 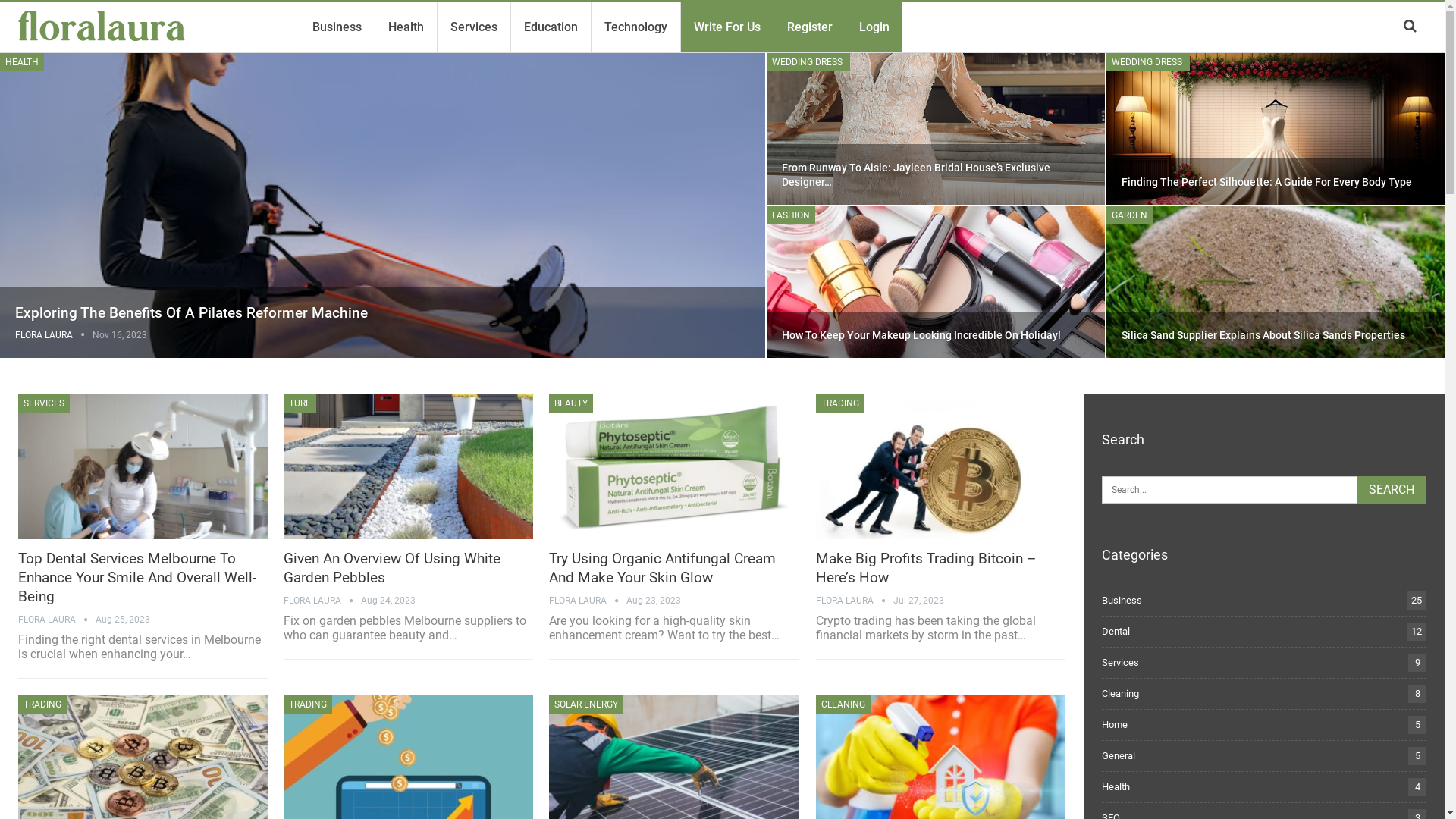 I want to click on 'Technology', so click(x=635, y=27).